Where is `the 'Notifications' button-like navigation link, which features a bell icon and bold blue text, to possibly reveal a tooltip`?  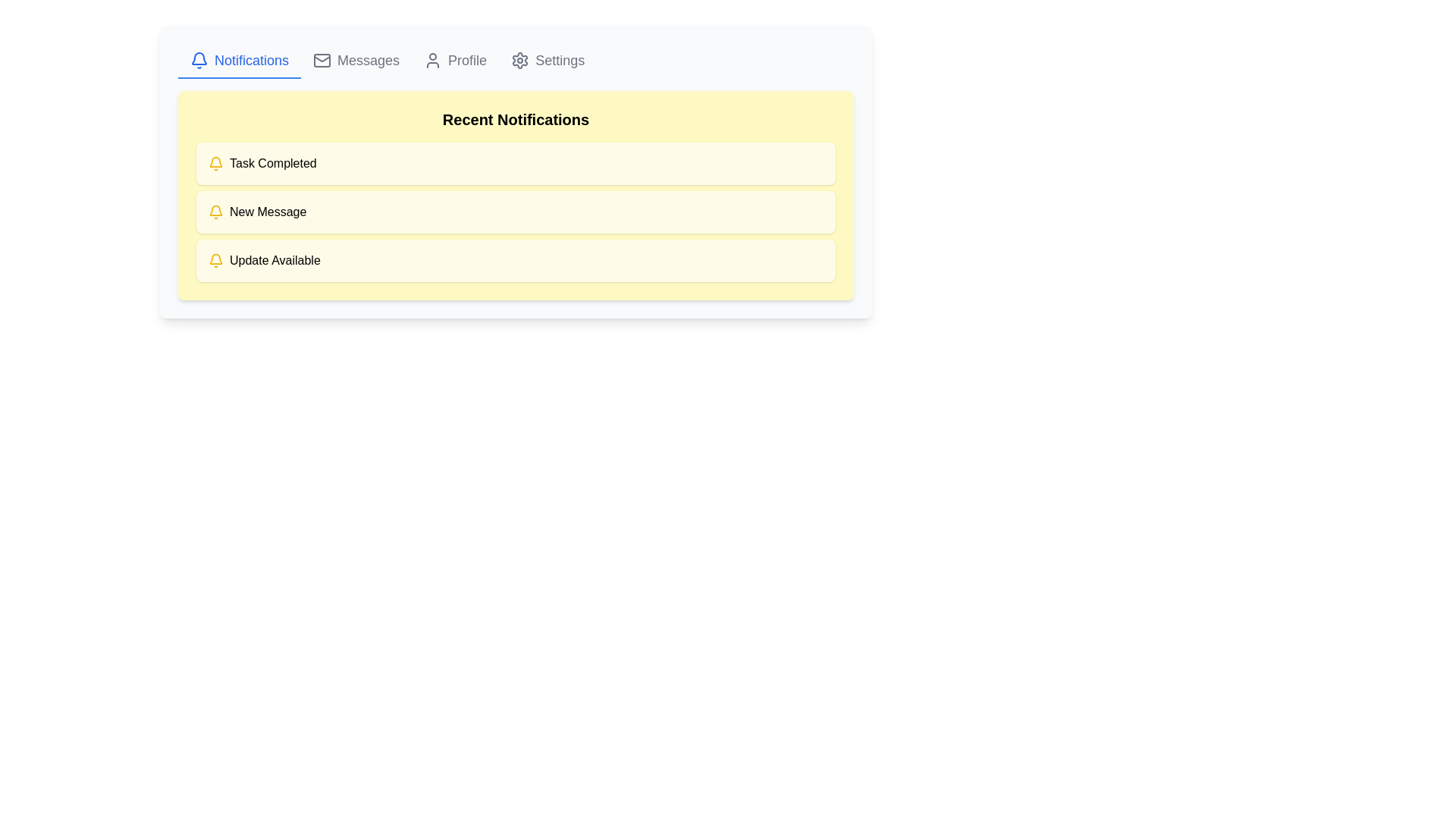
the 'Notifications' button-like navigation link, which features a bell icon and bold blue text, to possibly reveal a tooltip is located at coordinates (239, 61).